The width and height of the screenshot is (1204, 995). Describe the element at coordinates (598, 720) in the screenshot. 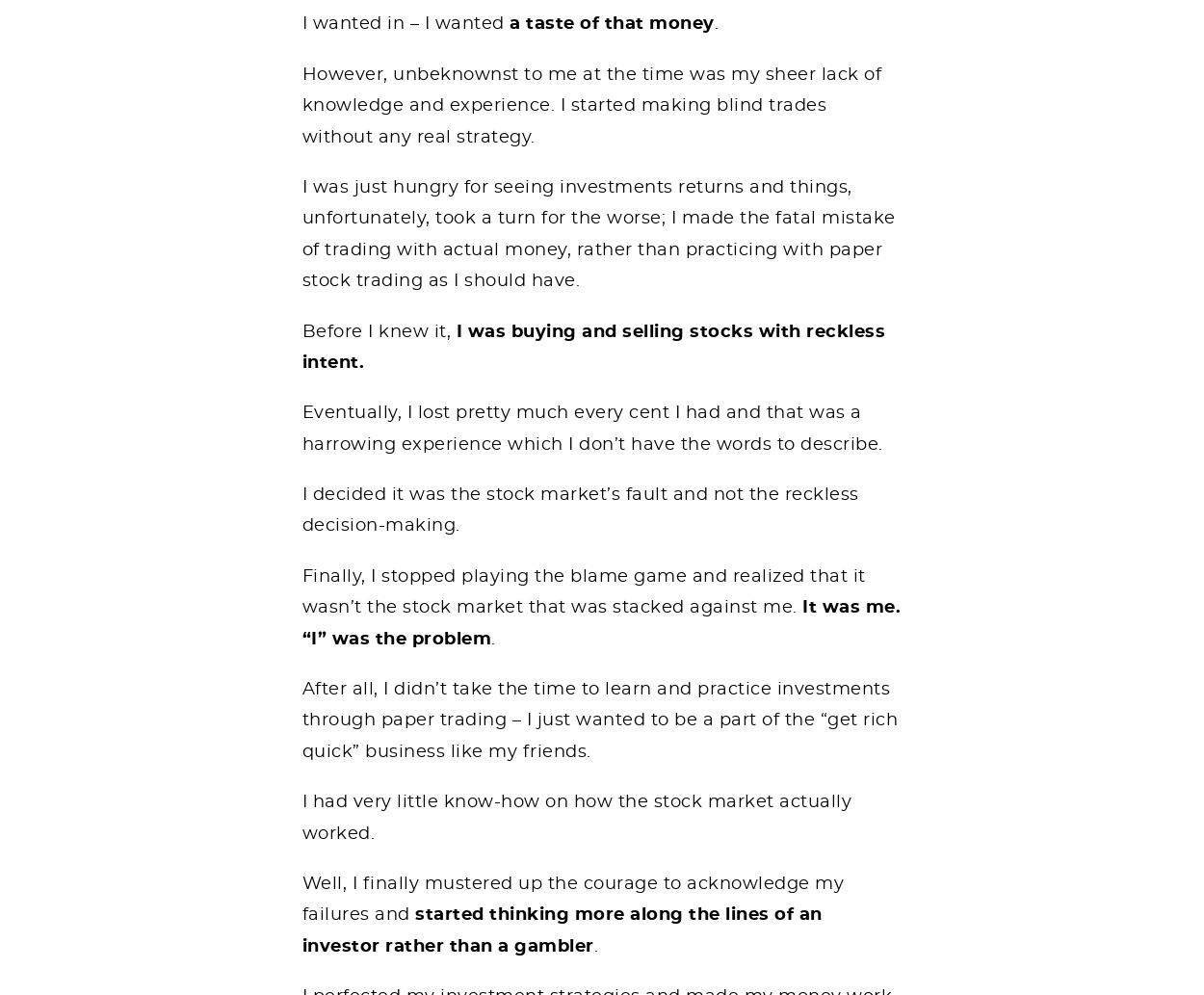

I see `'After all, I didn’t take the time to learn and practice investments through paper trading – I just wanted to be a part of the “get rich quick” business like my friends.'` at that location.